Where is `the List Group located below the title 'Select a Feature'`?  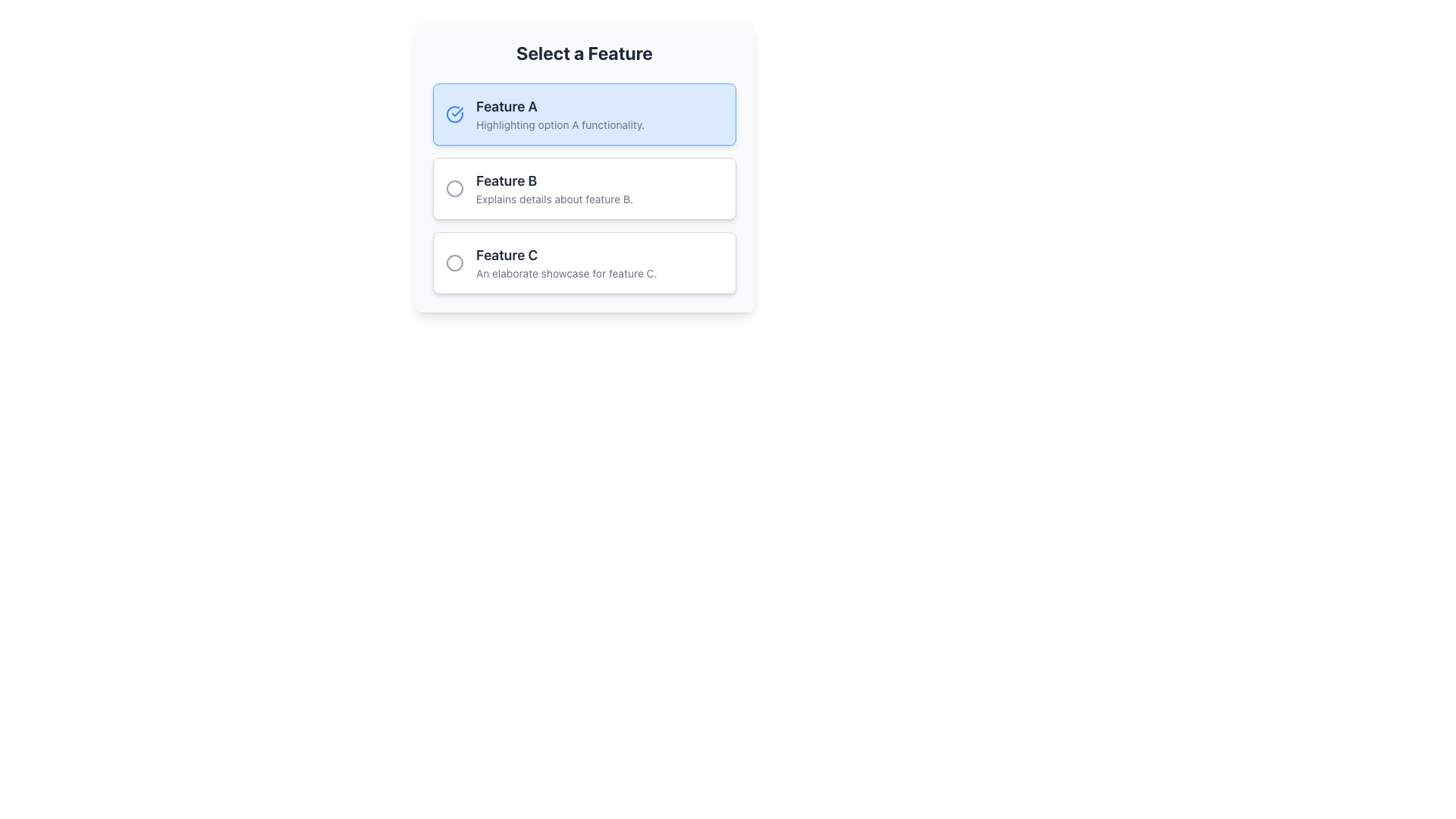 the List Group located below the title 'Select a Feature' is located at coordinates (584, 188).